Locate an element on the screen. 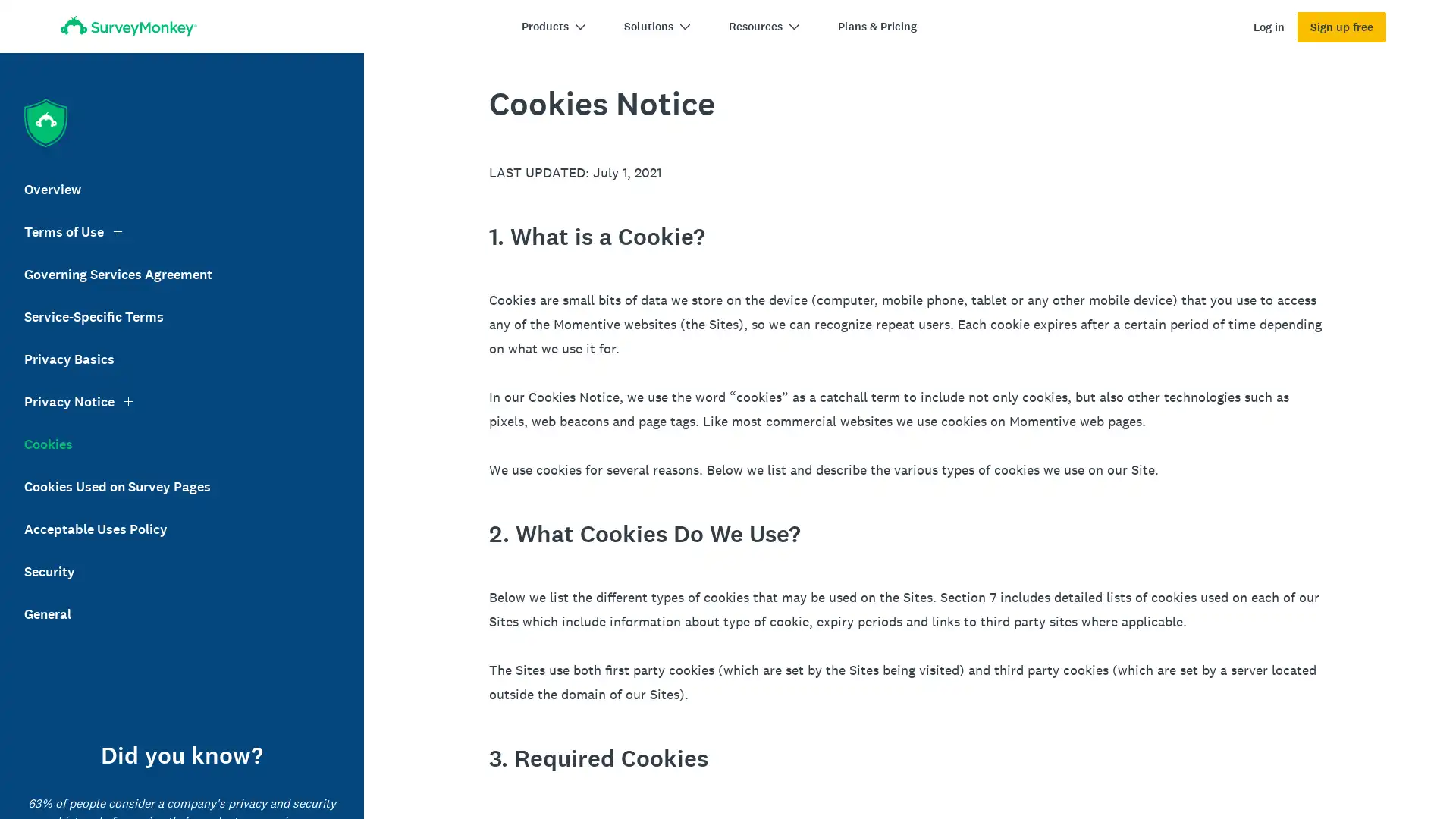 The height and width of the screenshot is (819, 1456). Solutions chevron-down is located at coordinates (656, 26).